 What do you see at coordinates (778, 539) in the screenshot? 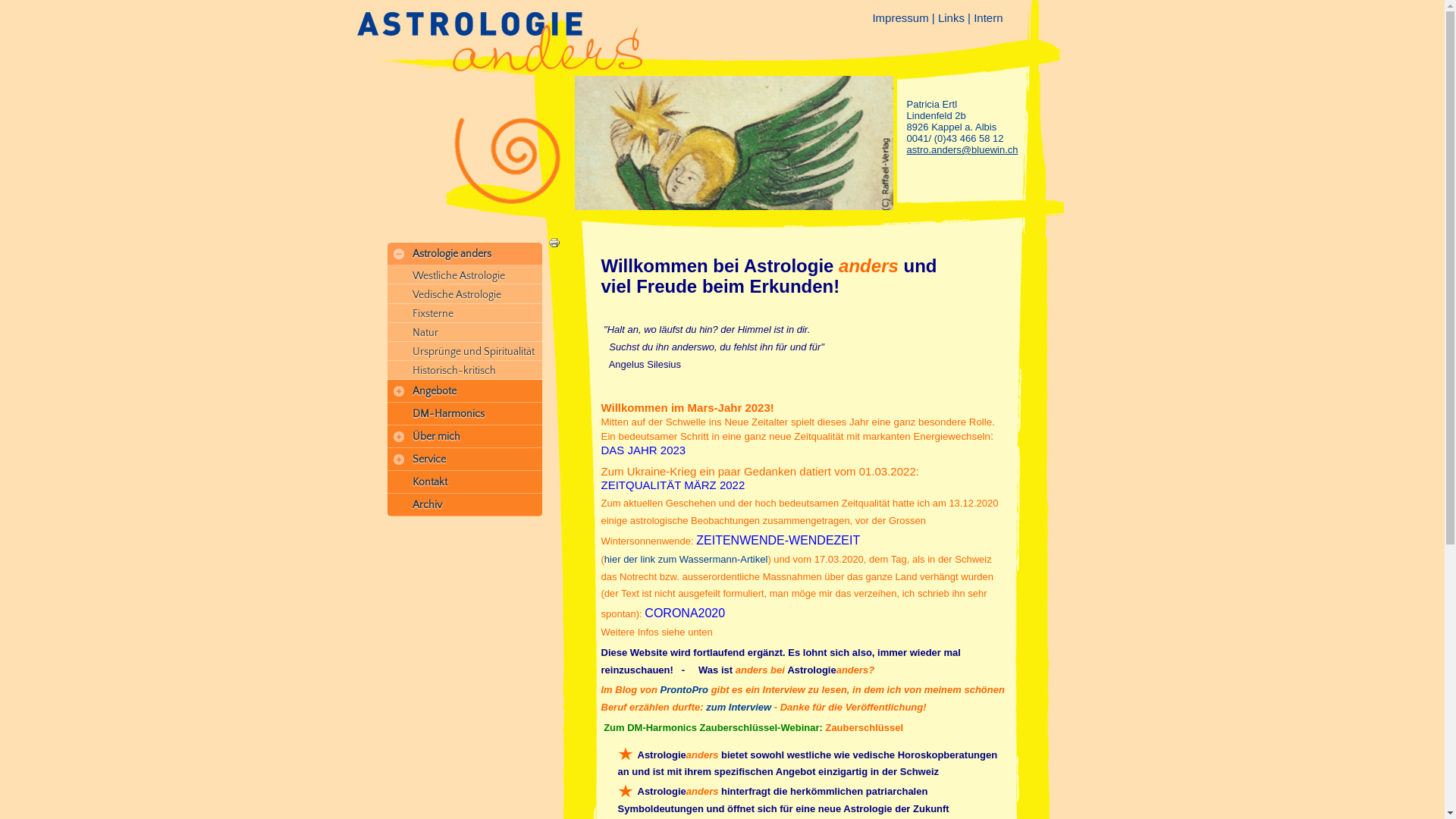
I see `'ZEITENWENDE-WENDEZEIT'` at bounding box center [778, 539].